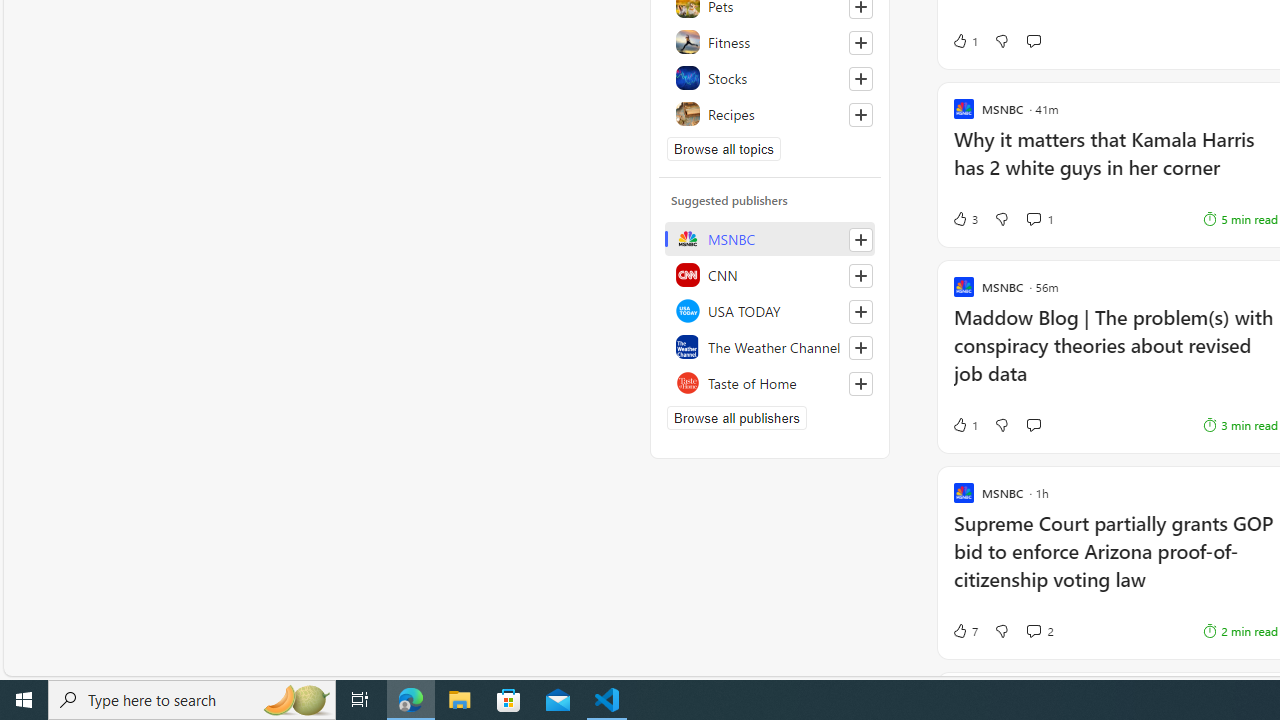 The height and width of the screenshot is (720, 1280). What do you see at coordinates (860, 384) in the screenshot?
I see `'Follow this source'` at bounding box center [860, 384].